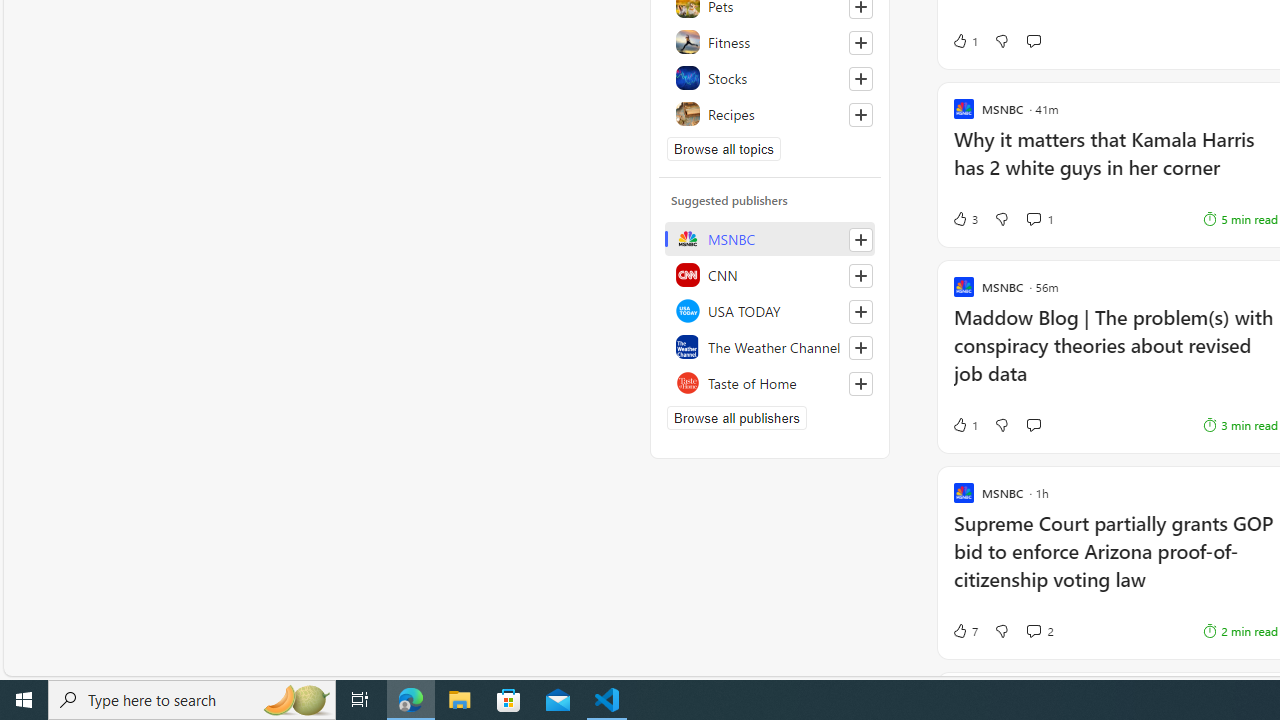 The height and width of the screenshot is (720, 1280). What do you see at coordinates (860, 384) in the screenshot?
I see `'Follow this source'` at bounding box center [860, 384].